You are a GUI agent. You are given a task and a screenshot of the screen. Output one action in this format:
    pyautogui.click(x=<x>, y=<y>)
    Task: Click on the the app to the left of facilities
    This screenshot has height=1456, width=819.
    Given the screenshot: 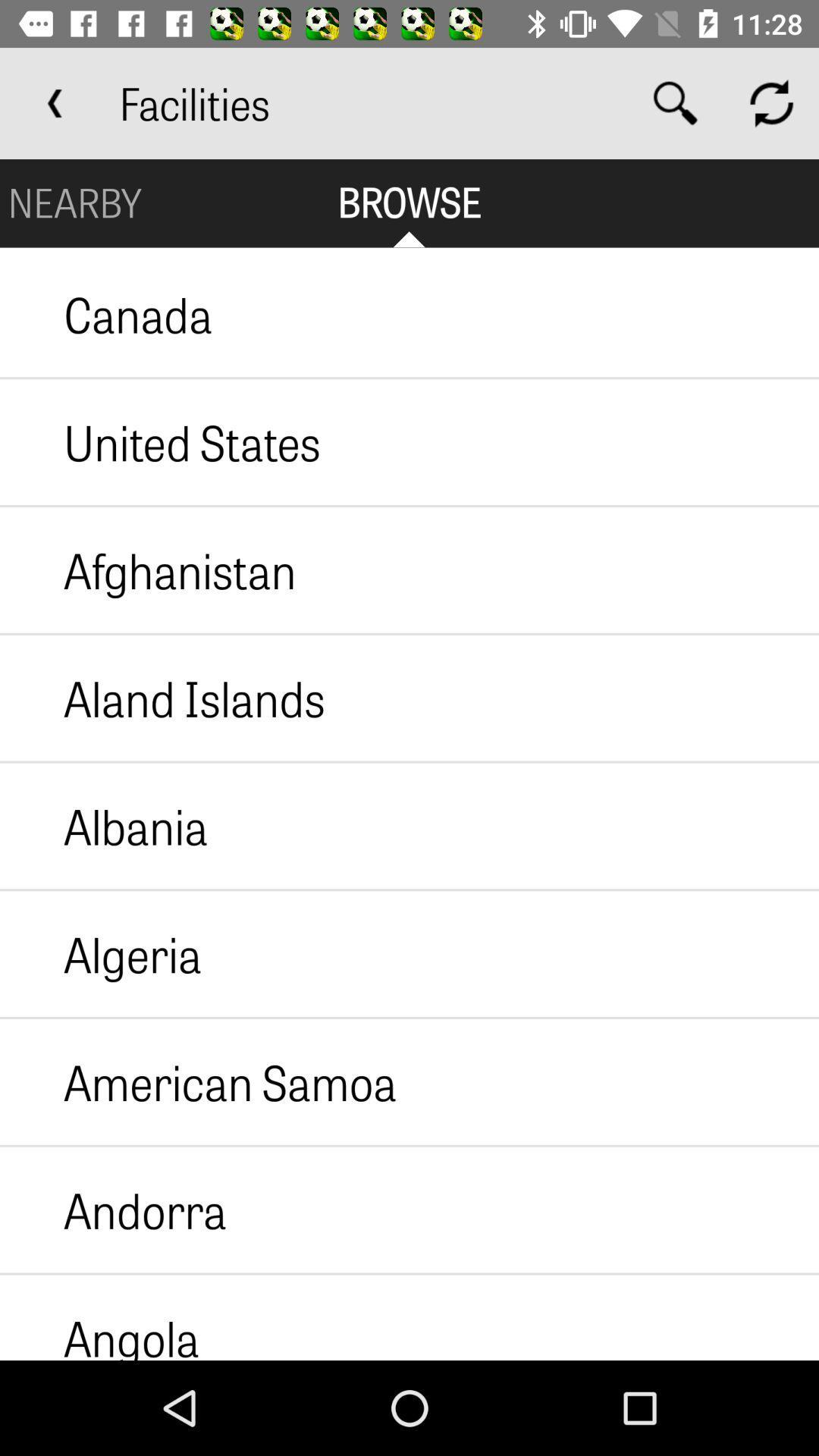 What is the action you would take?
    pyautogui.click(x=55, y=102)
    